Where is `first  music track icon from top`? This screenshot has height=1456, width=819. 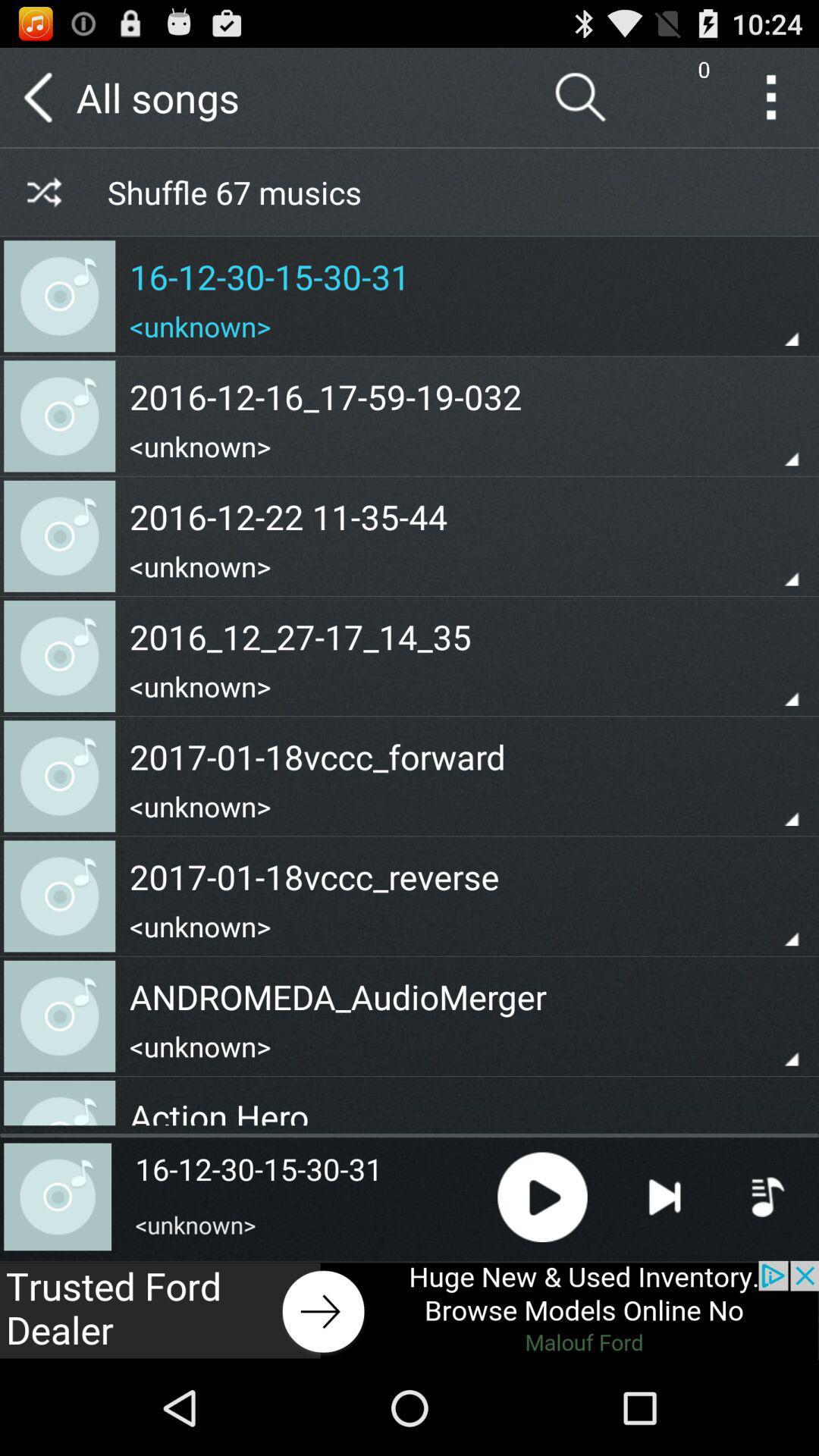 first  music track icon from top is located at coordinates (58, 296).